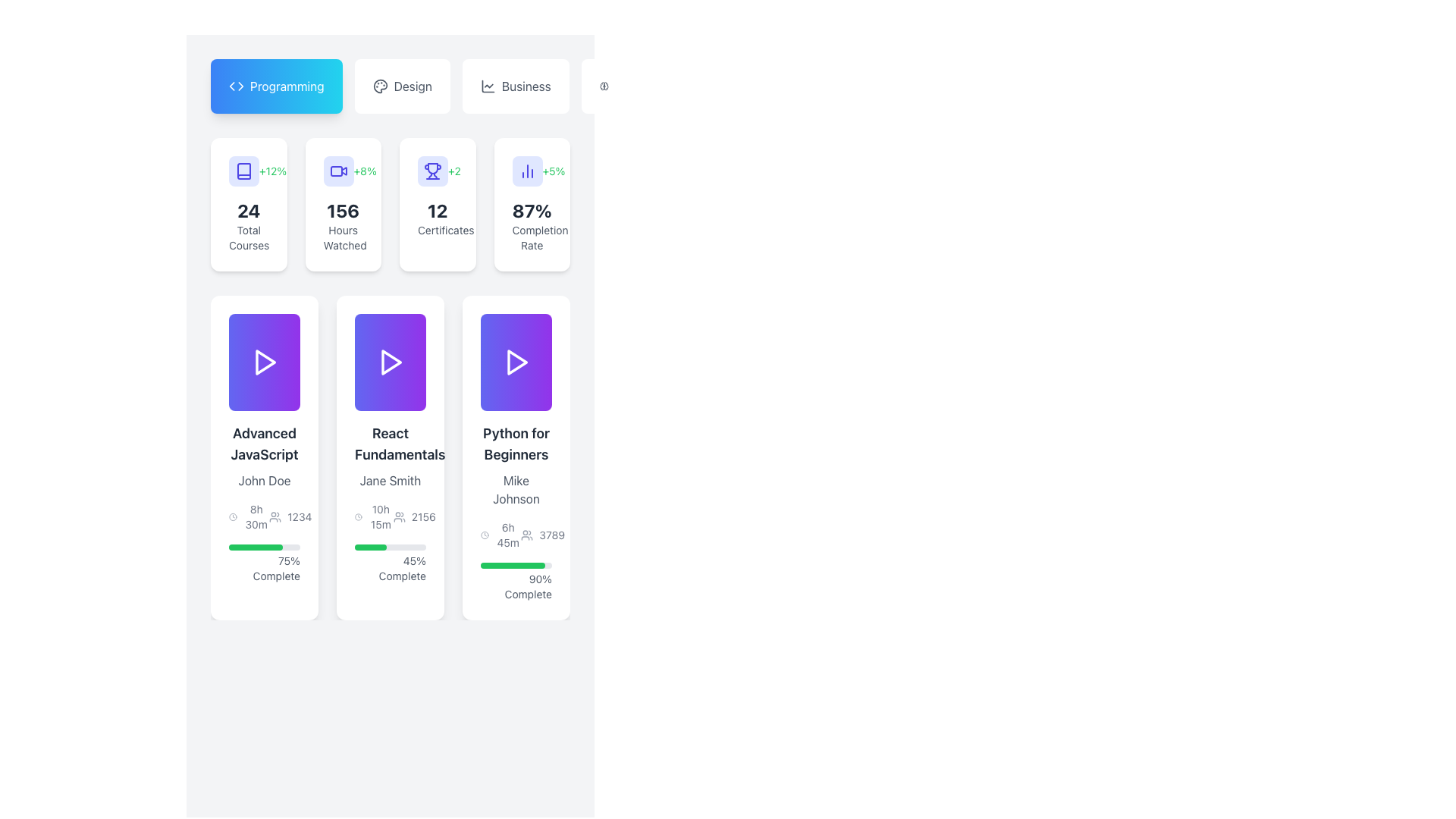 This screenshot has width=1456, height=819. Describe the element at coordinates (390, 516) in the screenshot. I see `the numerical details within the Informational display area of the 'React Fundamentals' card, which is positioned below 'Jane Smith' and above the '45% Complete' progress bar` at that location.